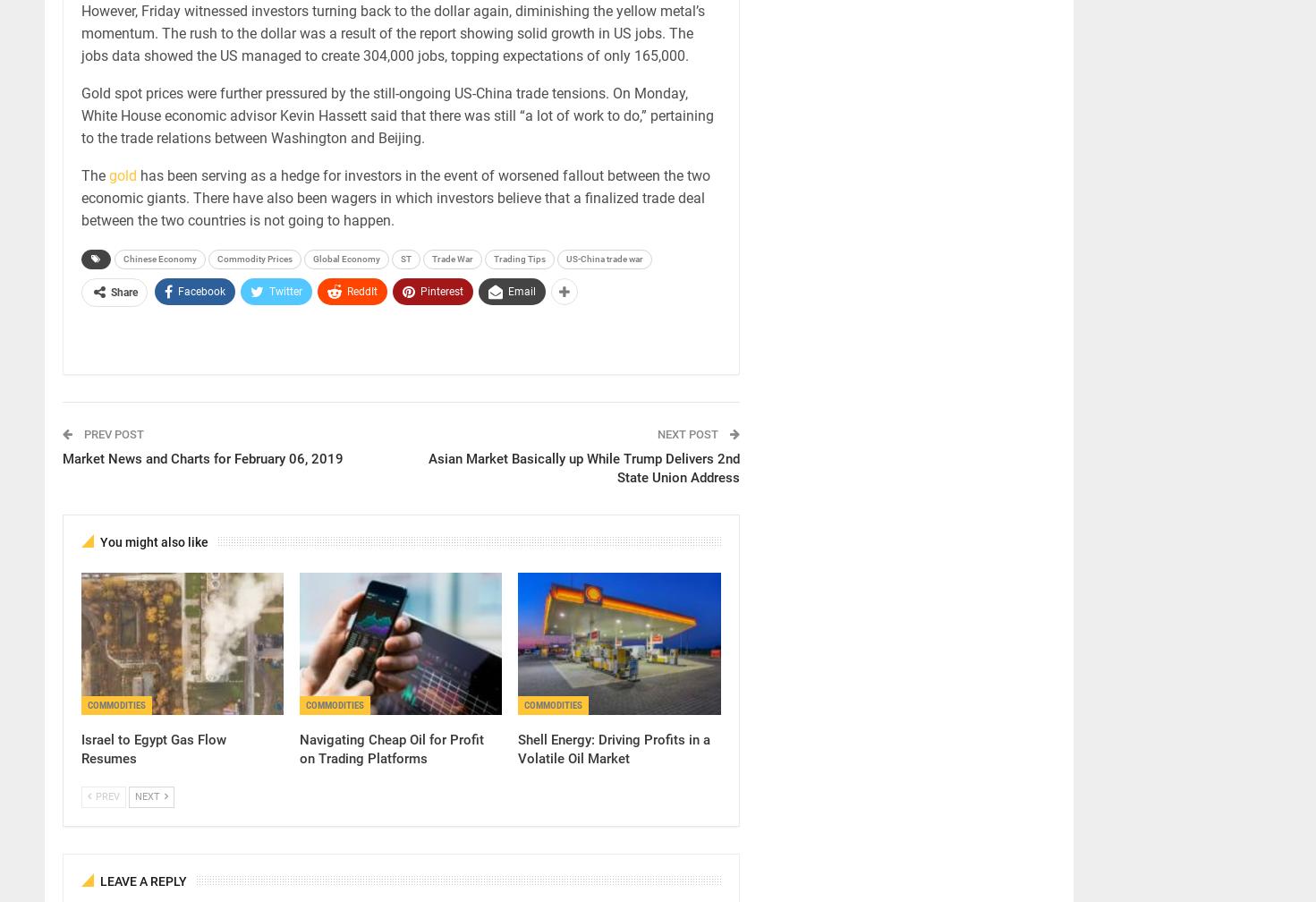  I want to click on 'Commodity Prices', so click(217, 259).